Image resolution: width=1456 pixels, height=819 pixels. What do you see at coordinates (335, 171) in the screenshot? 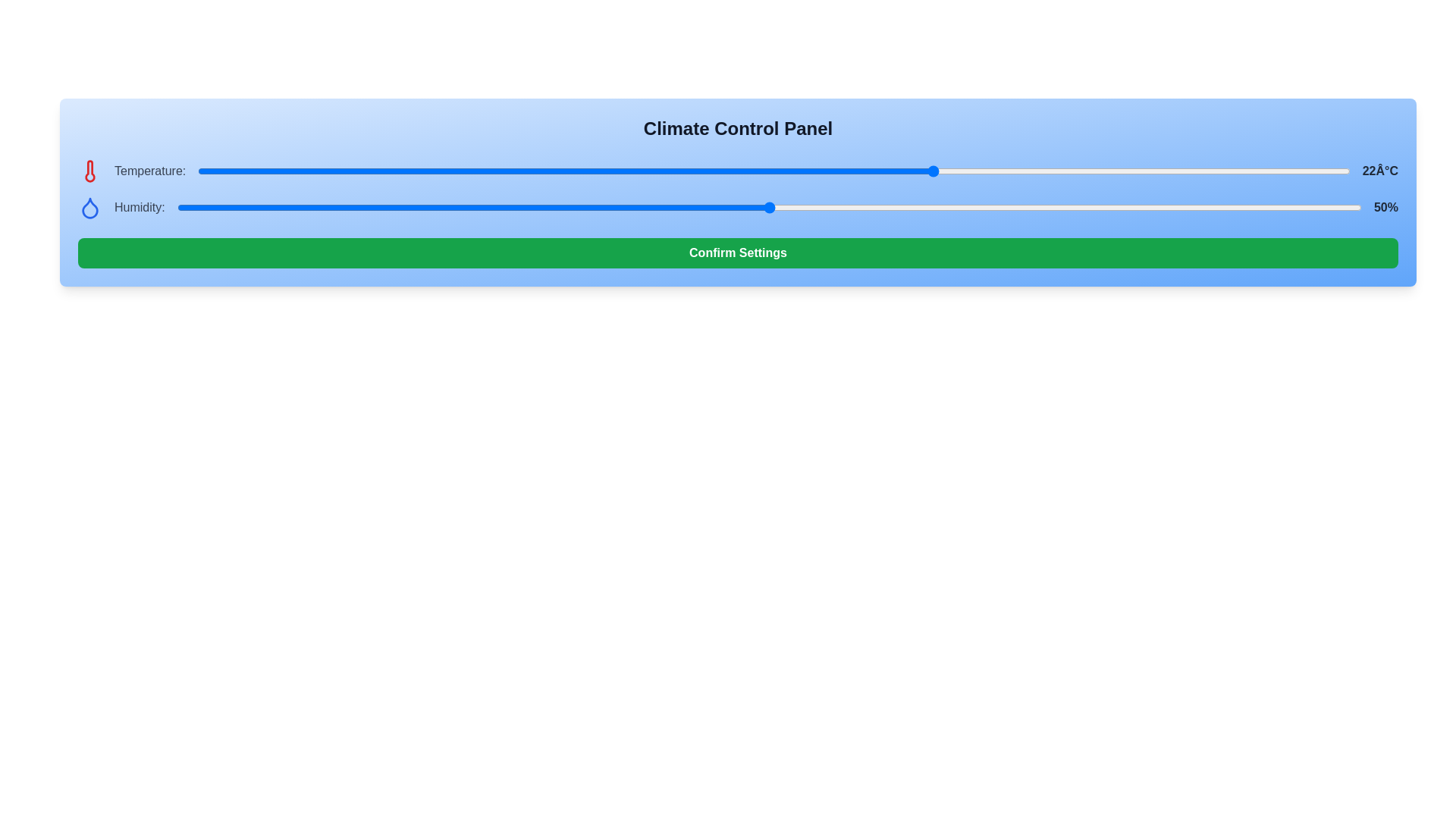
I see `the temperature slider to -4 degrees Celsius` at bounding box center [335, 171].